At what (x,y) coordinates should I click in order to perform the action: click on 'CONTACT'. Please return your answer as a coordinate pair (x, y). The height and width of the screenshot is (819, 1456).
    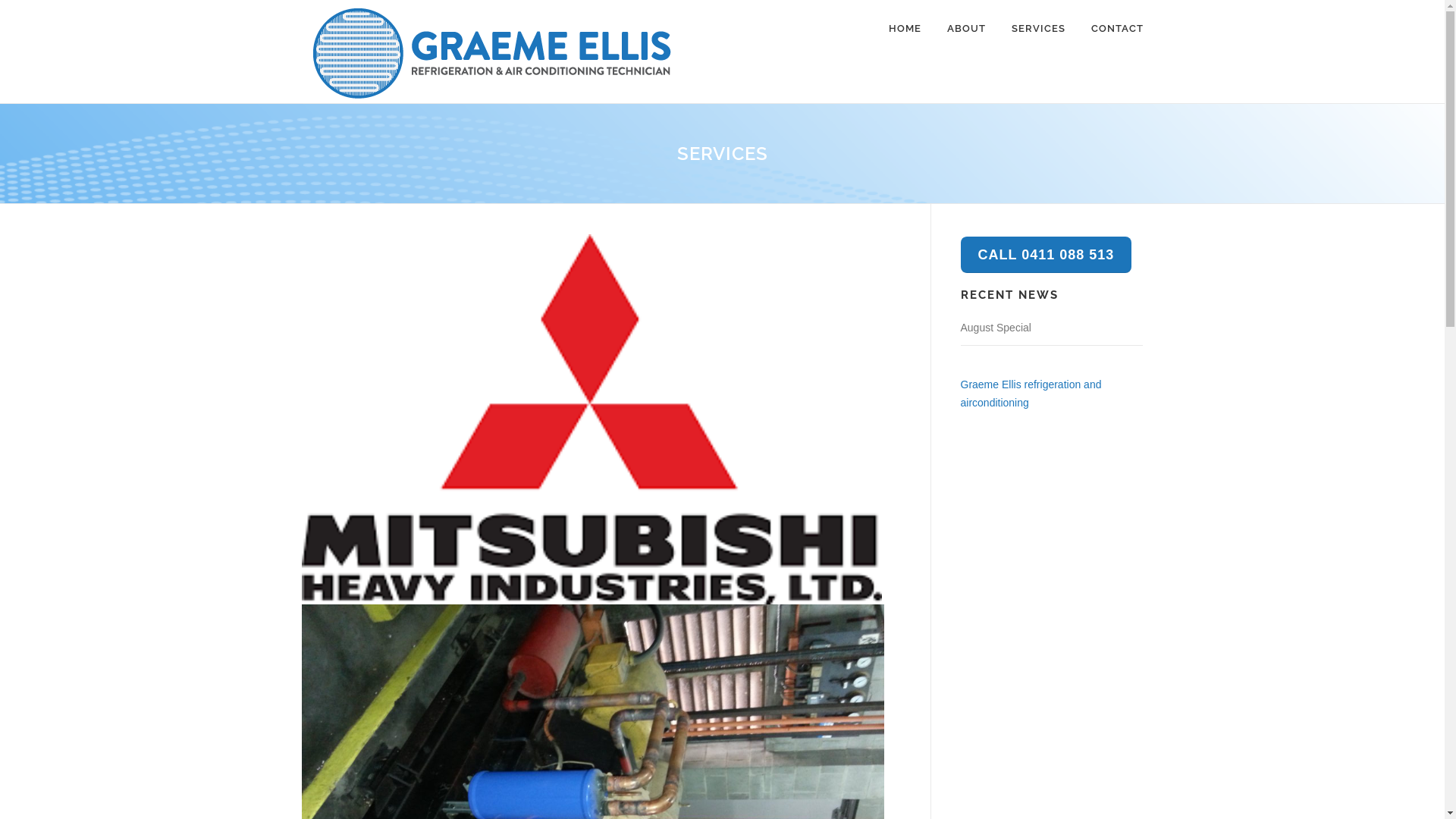
    Looking at the image, I should click on (1110, 28).